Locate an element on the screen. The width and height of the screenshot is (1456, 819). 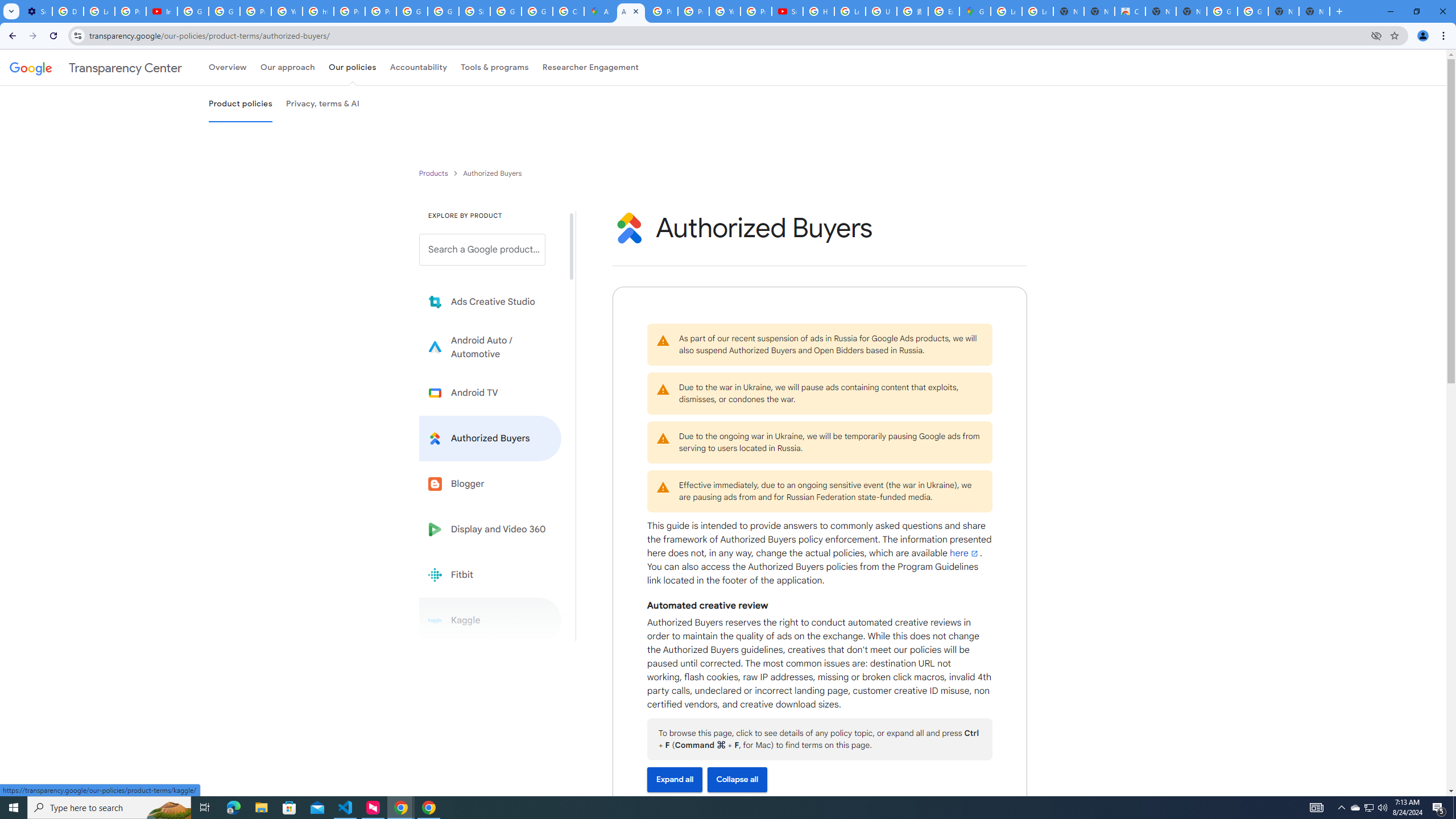
'Google Maps' is located at coordinates (974, 11).